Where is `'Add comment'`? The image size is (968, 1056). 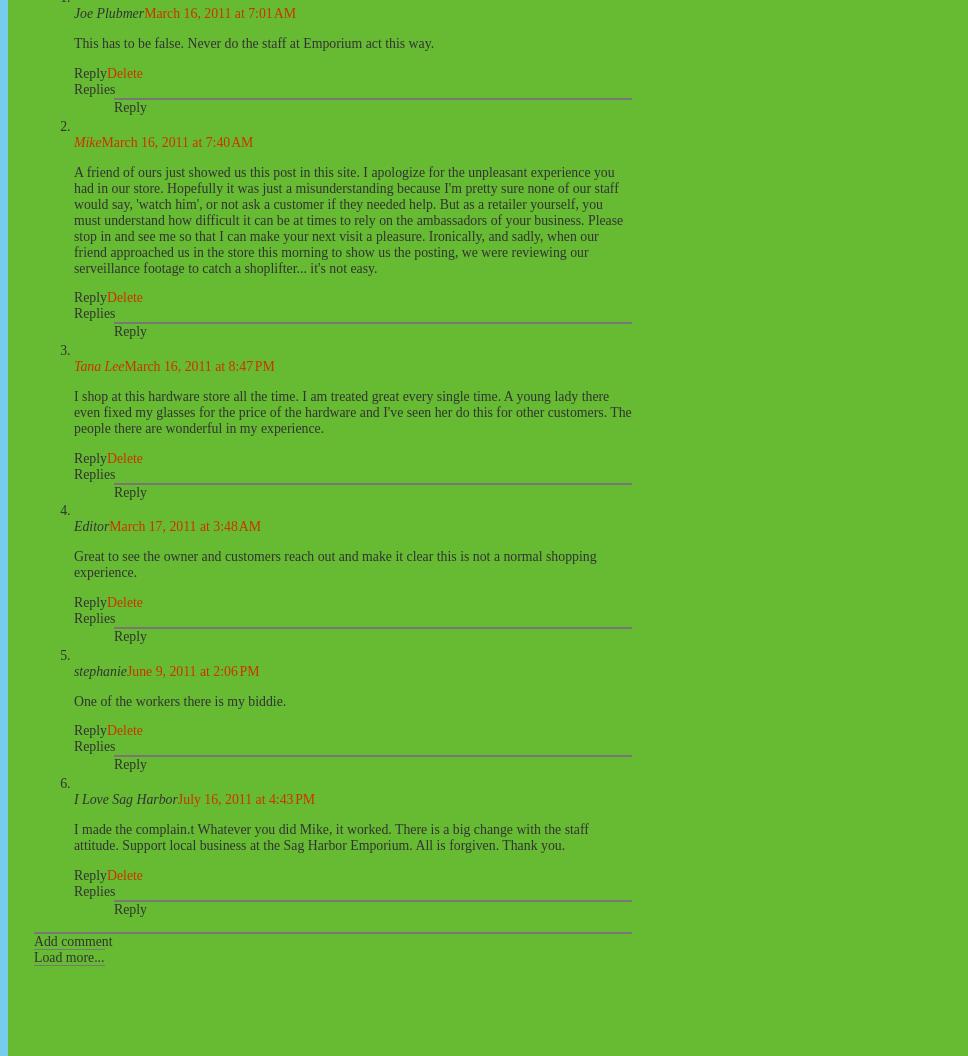 'Add comment' is located at coordinates (71, 940).